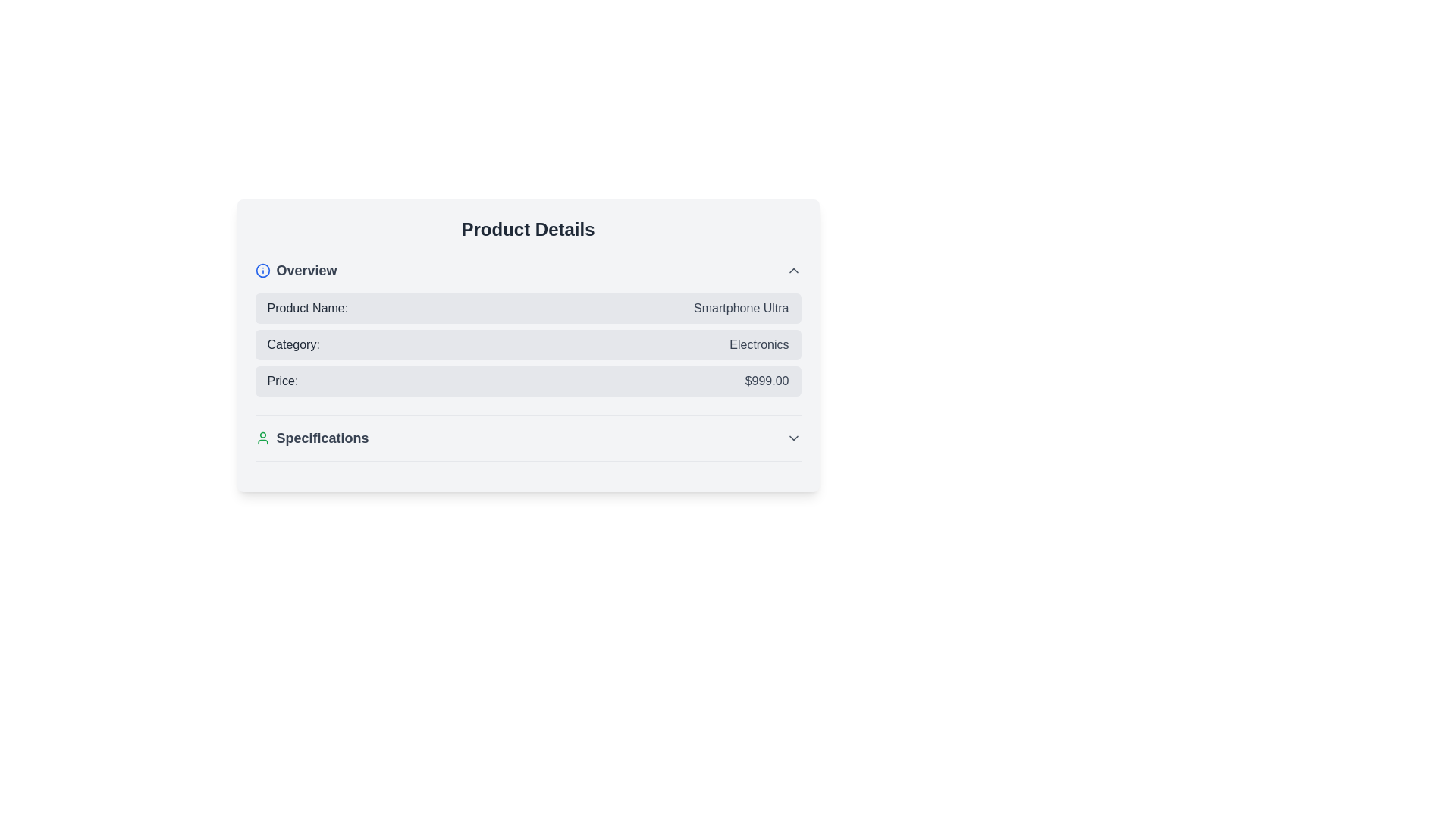 The width and height of the screenshot is (1456, 819). I want to click on the descriptive text label for the price value, located to the left of the price display with a light gray background, so click(282, 380).